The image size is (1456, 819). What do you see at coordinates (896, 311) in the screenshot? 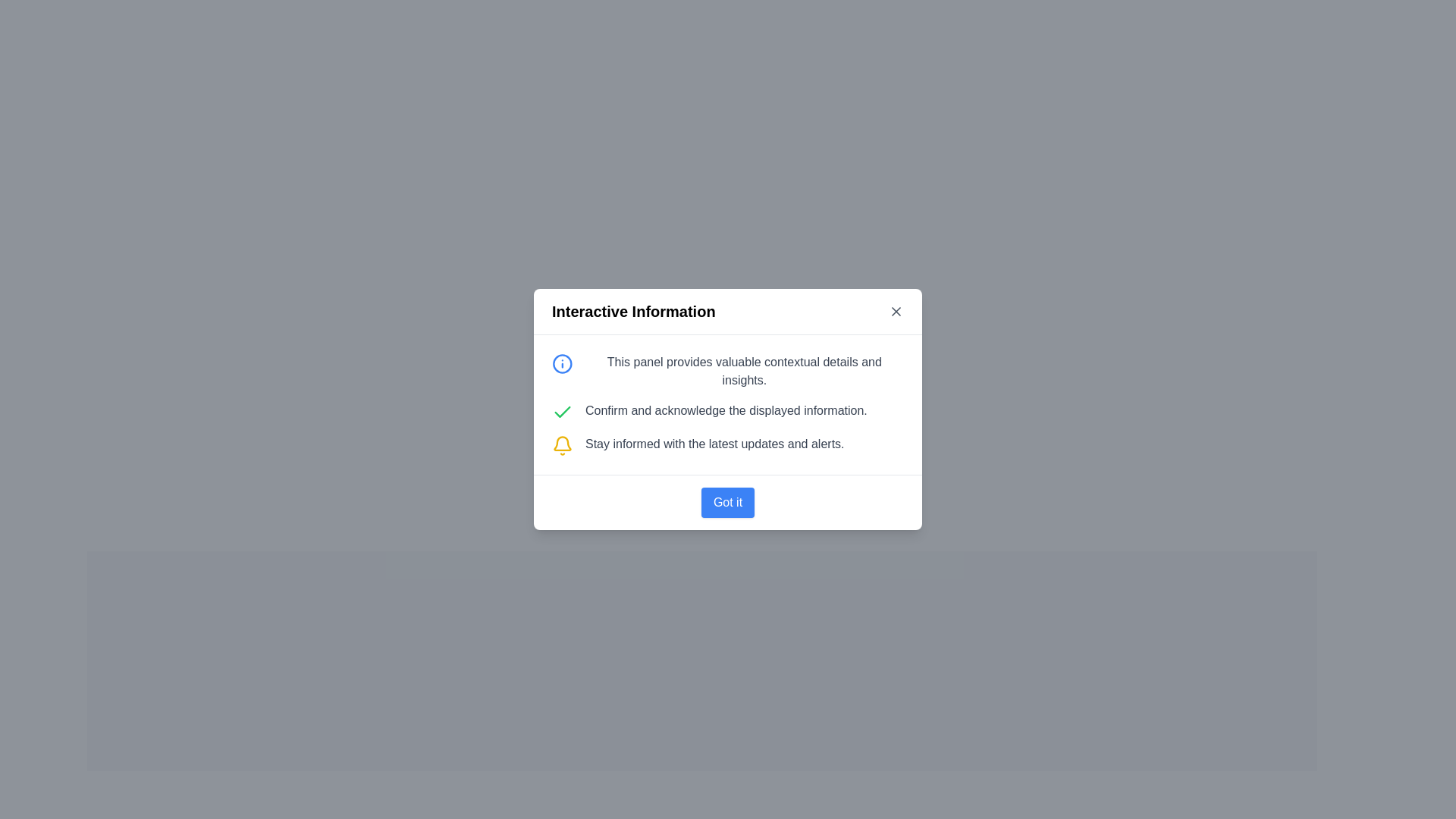
I see `the close button located in the top-right corner of the modal panel labeled 'Interactive Information'` at bounding box center [896, 311].